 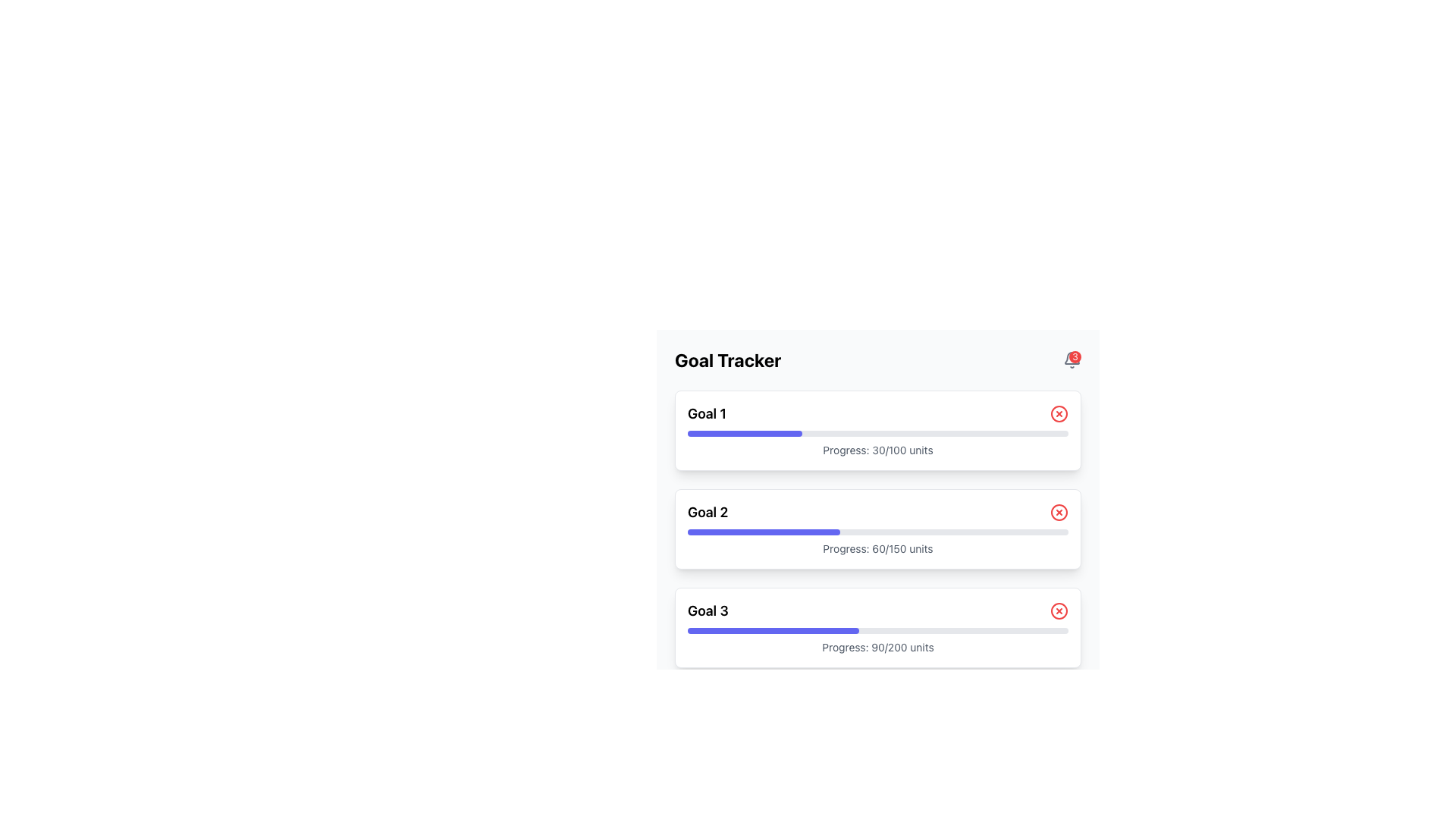 I want to click on the progress details of the 'Goal 2' Progress Card, which is a rectangular card with a white background, featuring a title in bold text and a partially filled purple progress bar, so click(x=877, y=529).